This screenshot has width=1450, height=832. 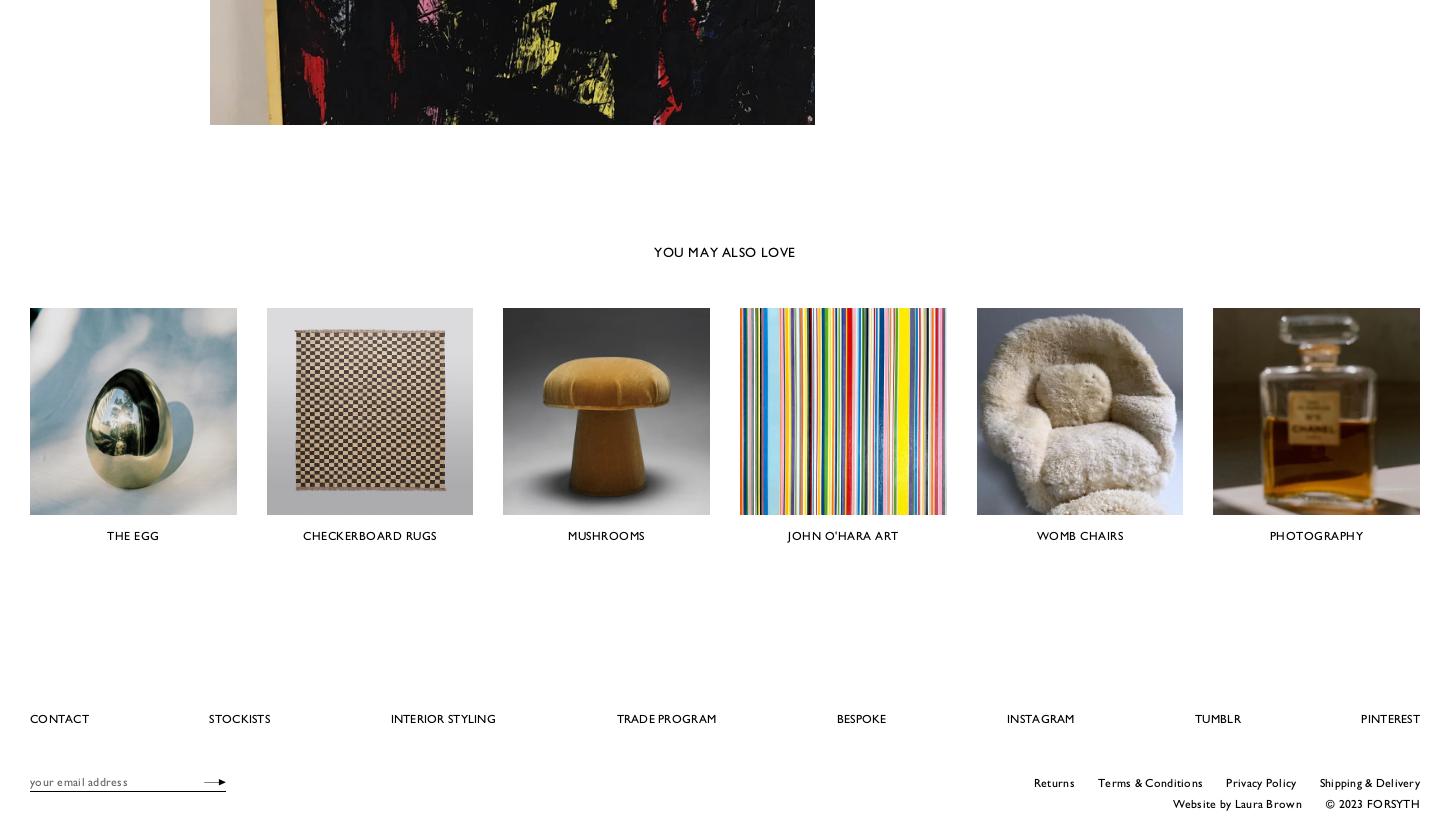 I want to click on 'Terms & Conditions', so click(x=1149, y=780).